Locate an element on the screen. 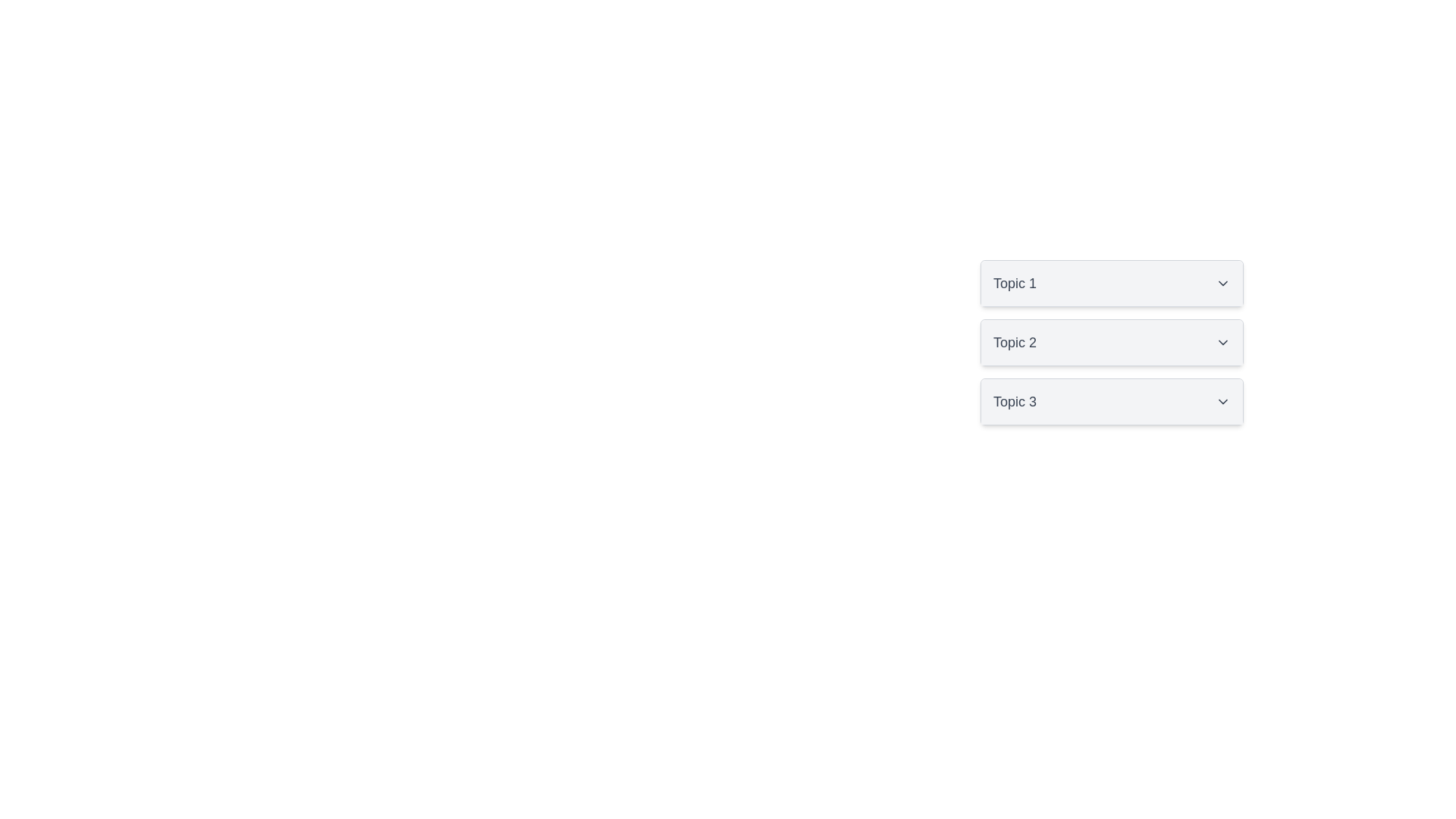 This screenshot has height=819, width=1456. the chevron-down icon located at the rightmost edge of the 'Topic 3' button is located at coordinates (1222, 400).